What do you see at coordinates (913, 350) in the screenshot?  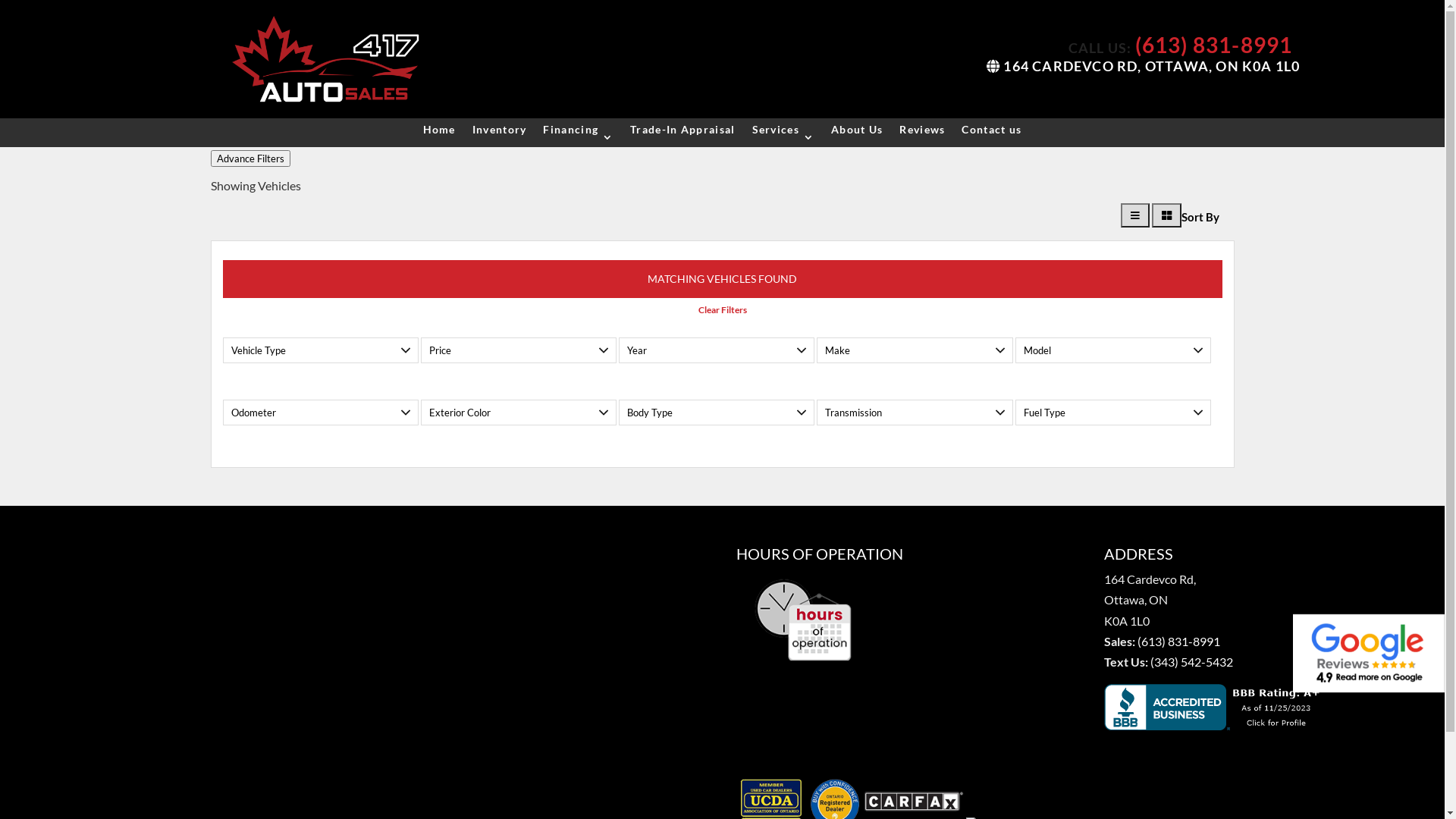 I see `'Make'` at bounding box center [913, 350].